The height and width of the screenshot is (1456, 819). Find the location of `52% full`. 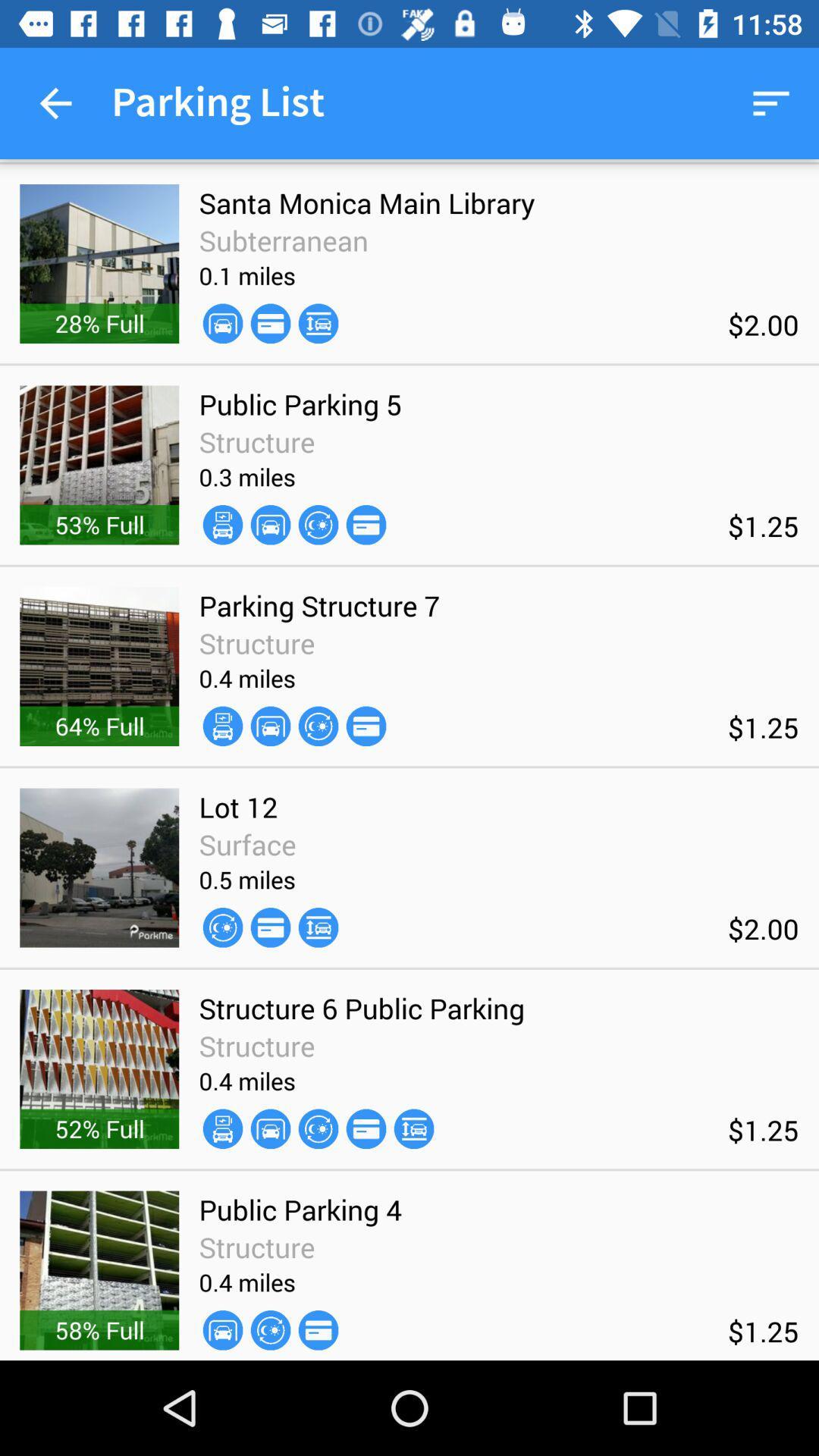

52% full is located at coordinates (99, 1128).